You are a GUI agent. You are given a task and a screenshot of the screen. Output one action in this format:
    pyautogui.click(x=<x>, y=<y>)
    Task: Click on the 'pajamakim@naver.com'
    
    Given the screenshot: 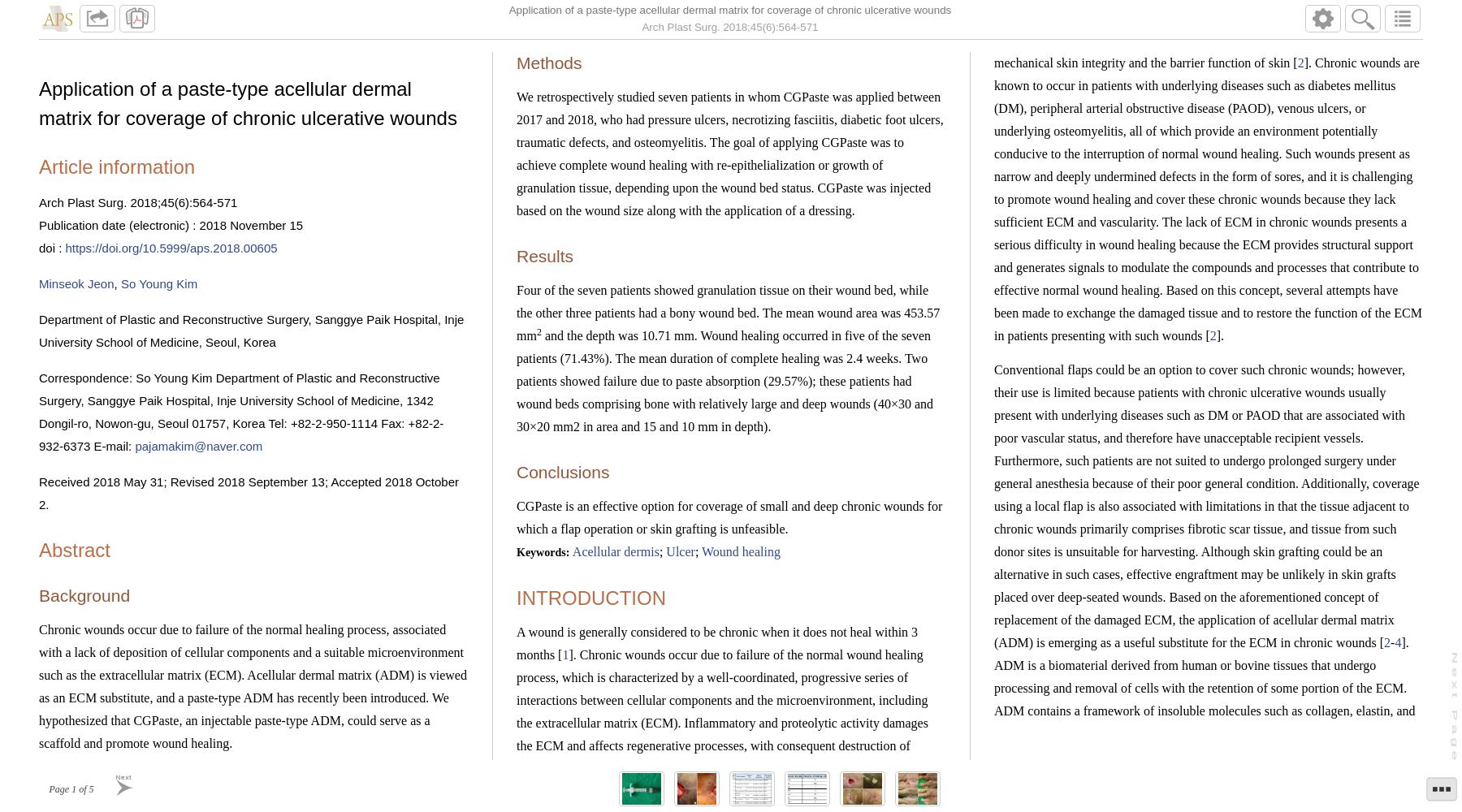 What is the action you would take?
    pyautogui.click(x=197, y=446)
    